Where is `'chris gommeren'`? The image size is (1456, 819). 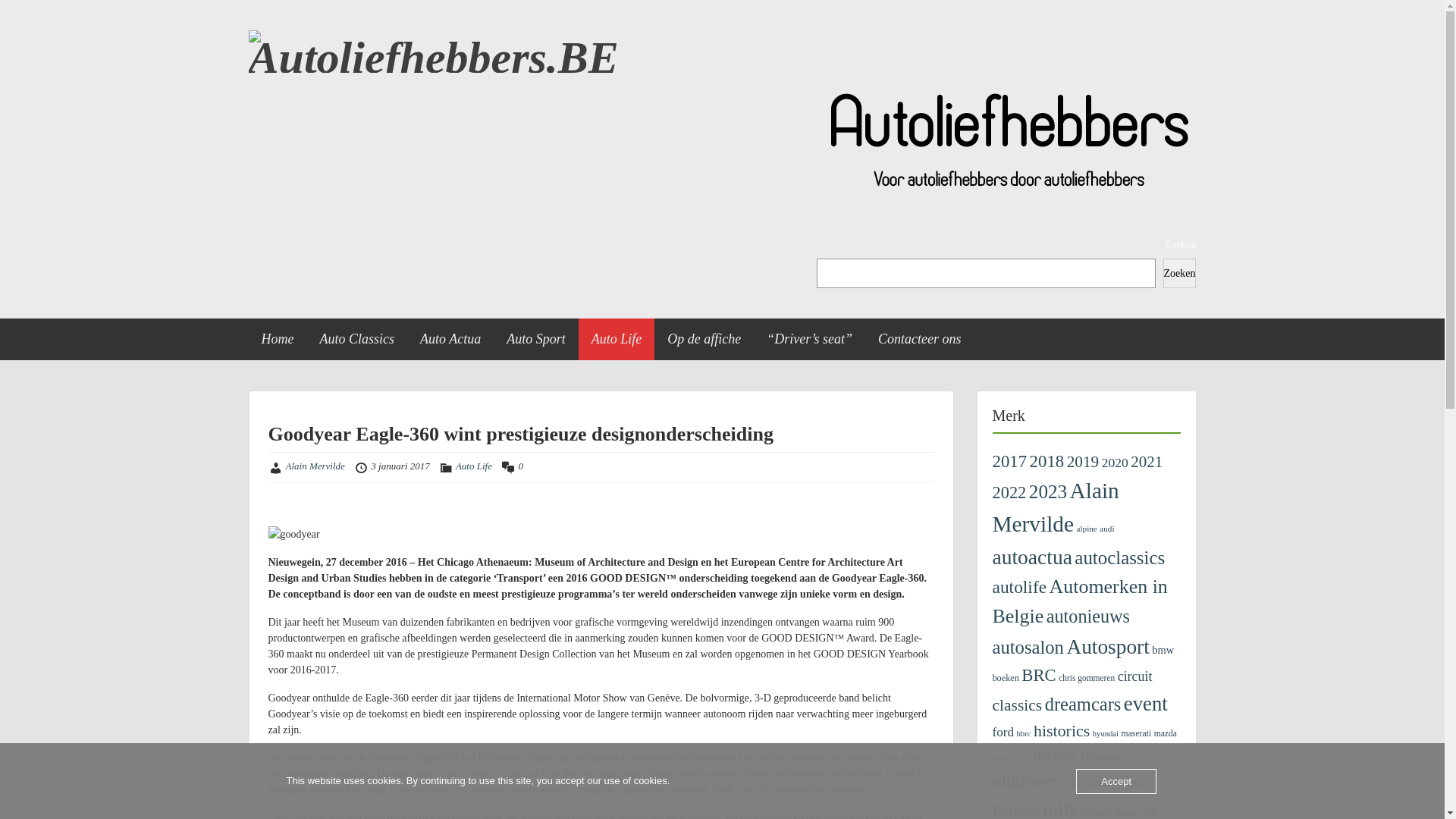
'chris gommeren' is located at coordinates (1086, 677).